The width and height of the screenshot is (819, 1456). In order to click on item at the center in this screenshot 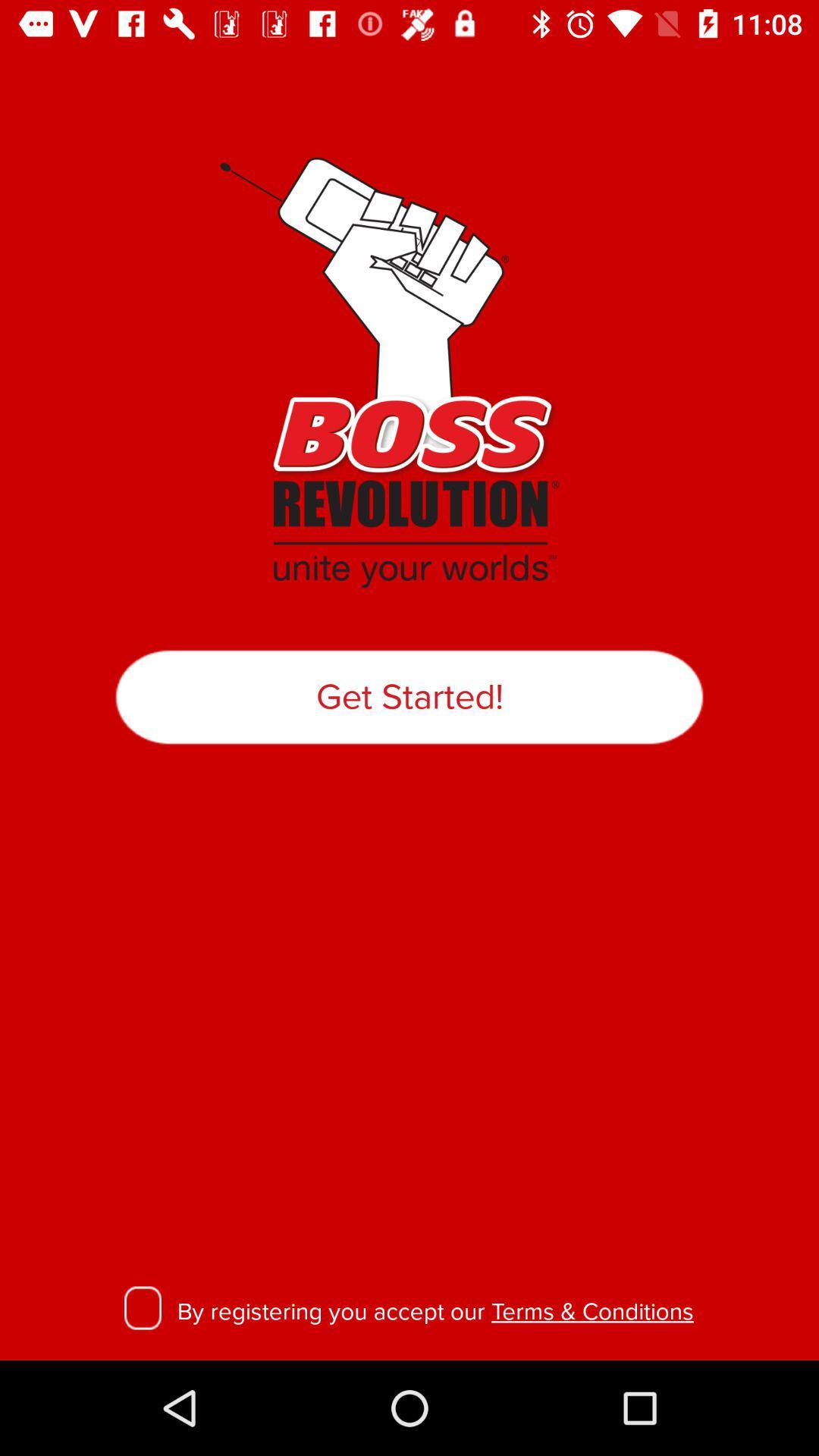, I will do `click(409, 696)`.